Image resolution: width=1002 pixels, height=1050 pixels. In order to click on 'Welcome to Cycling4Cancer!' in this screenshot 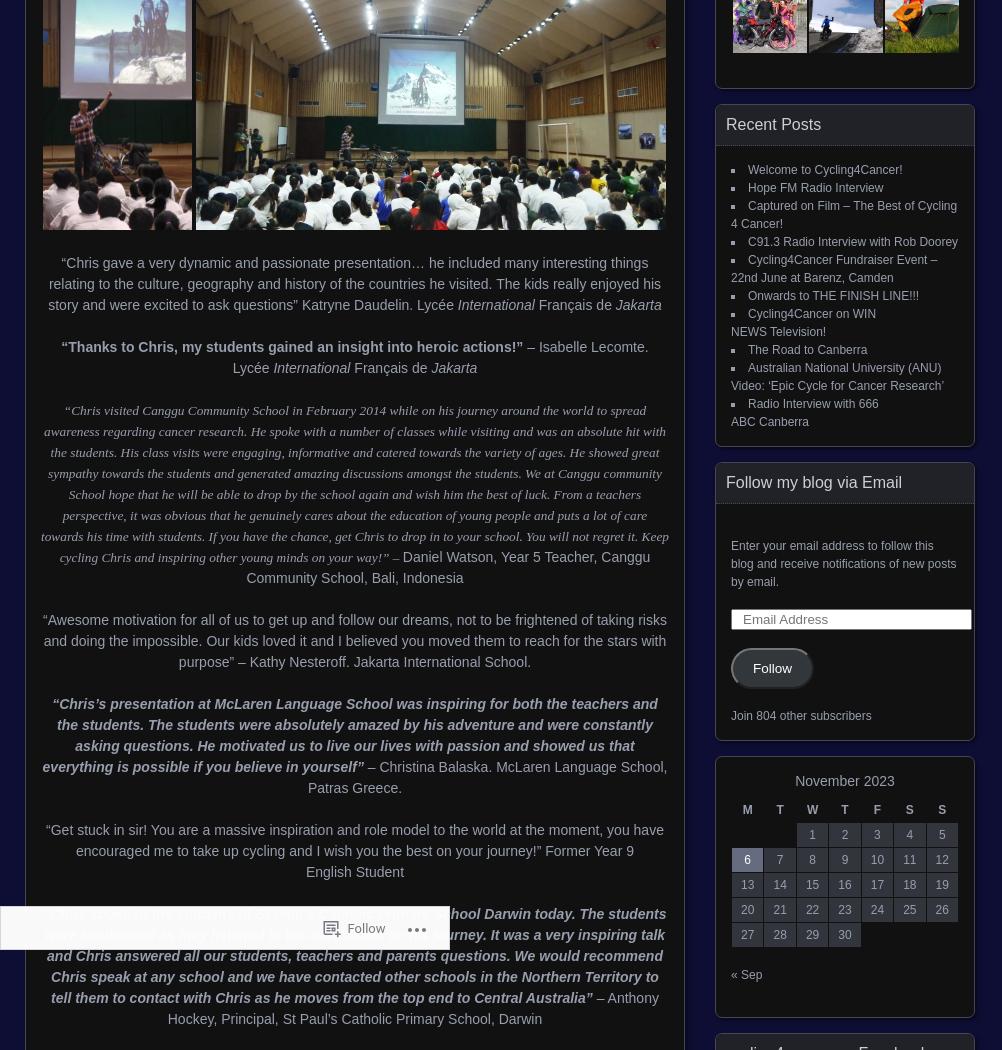, I will do `click(824, 169)`.